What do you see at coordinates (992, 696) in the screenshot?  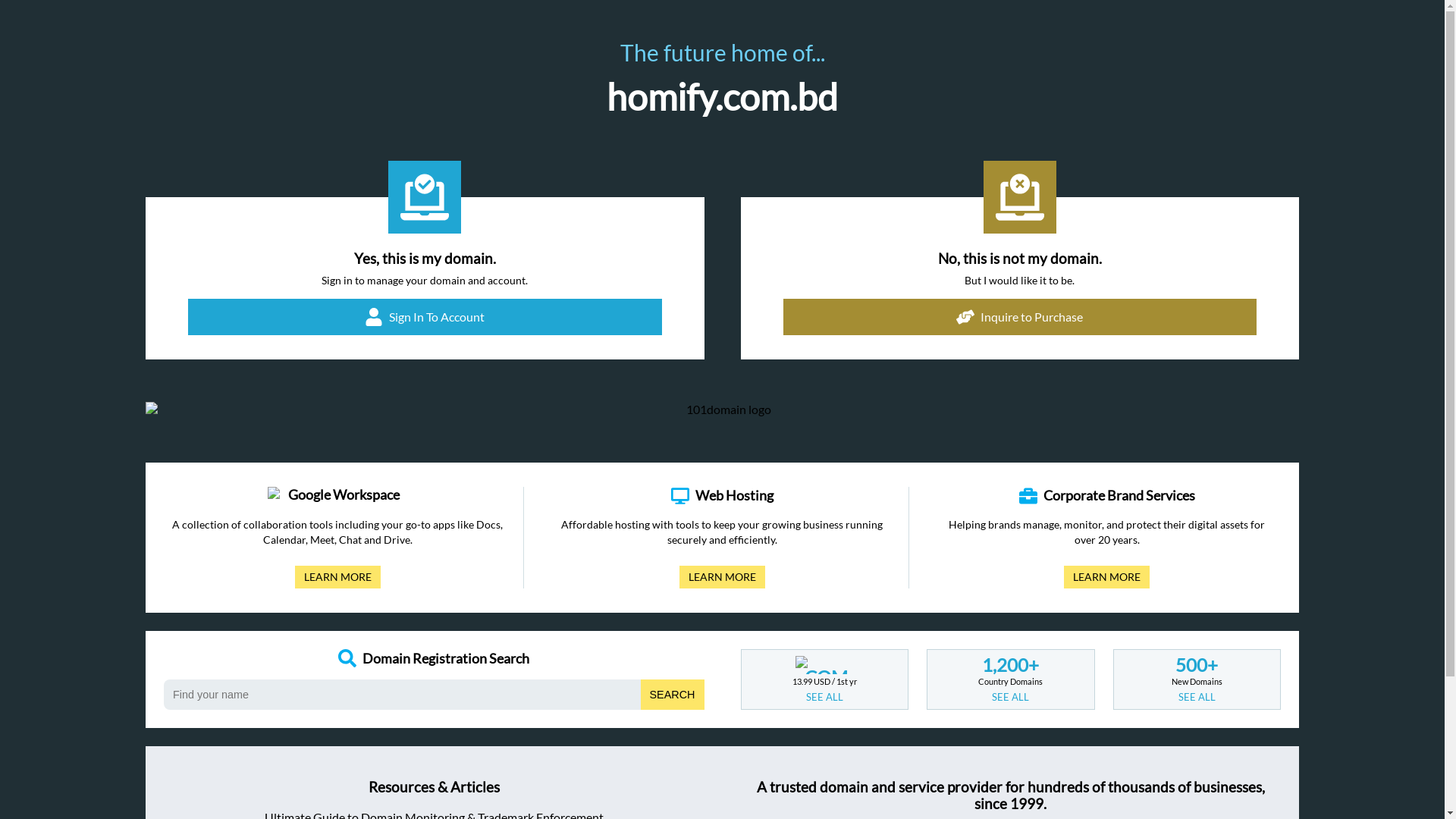 I see `'SEE ALL'` at bounding box center [992, 696].